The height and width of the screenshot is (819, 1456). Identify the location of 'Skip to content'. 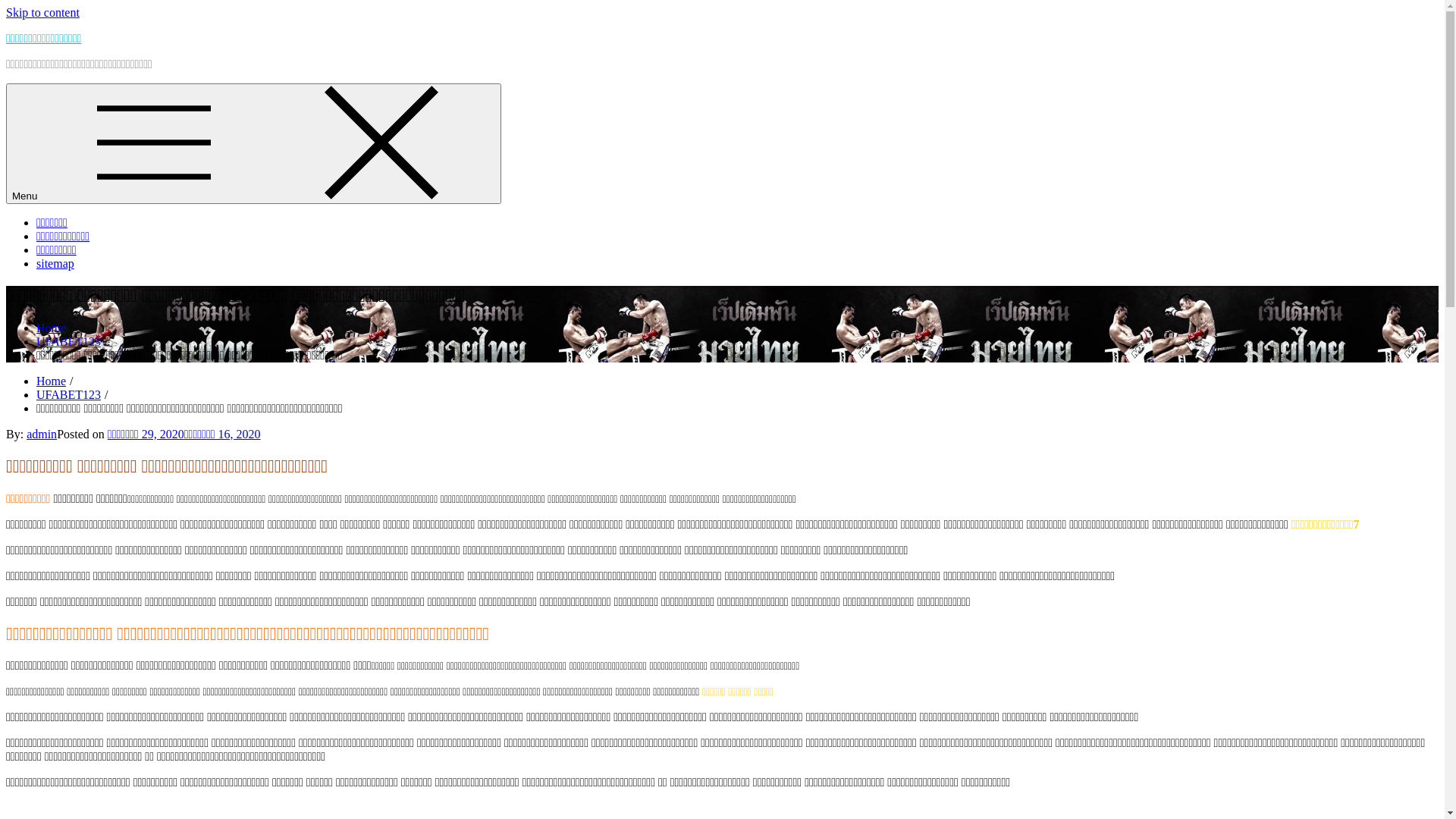
(42, 12).